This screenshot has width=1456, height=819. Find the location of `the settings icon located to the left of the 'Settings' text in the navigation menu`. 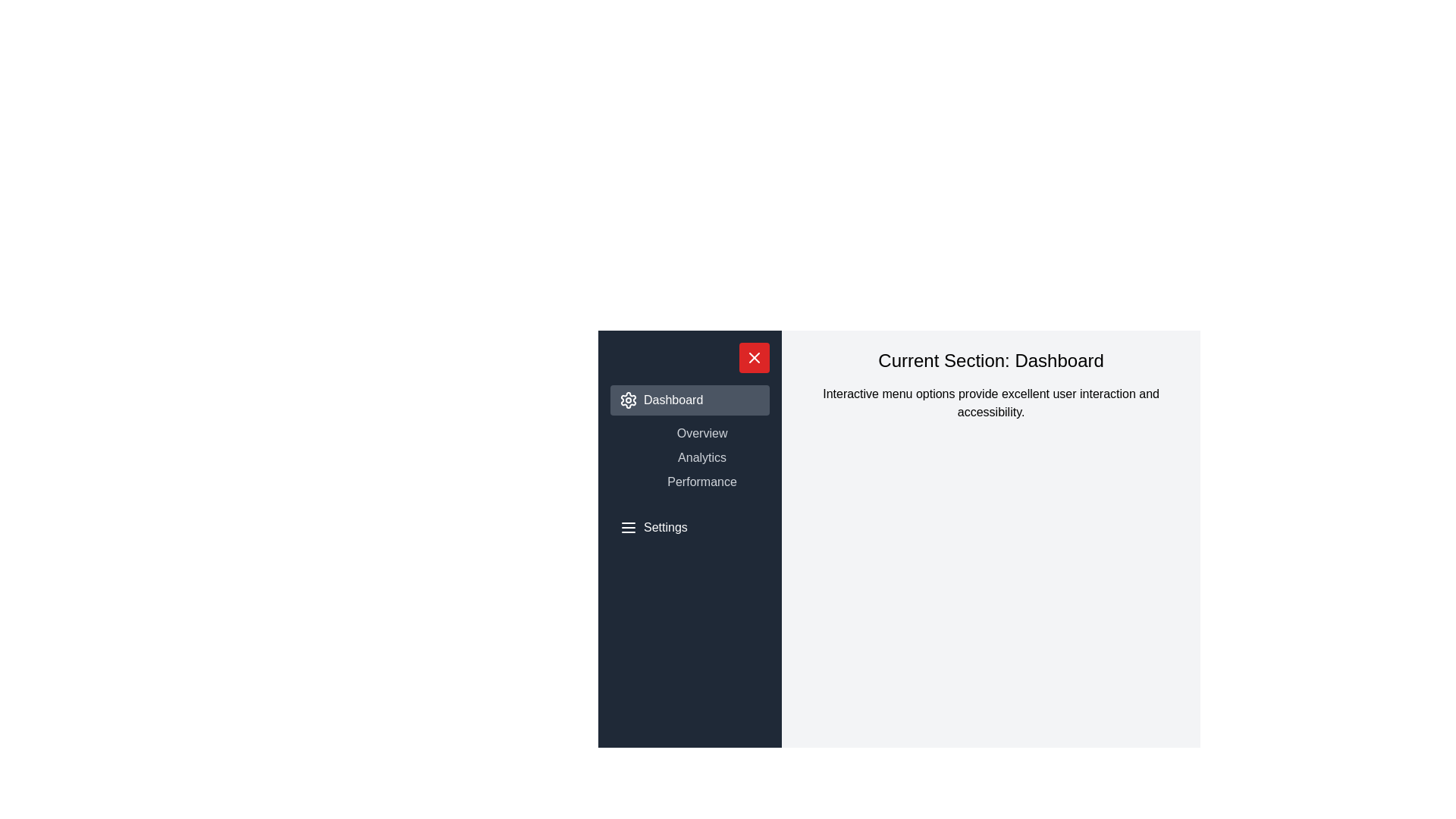

the settings icon located to the left of the 'Settings' text in the navigation menu is located at coordinates (629, 526).